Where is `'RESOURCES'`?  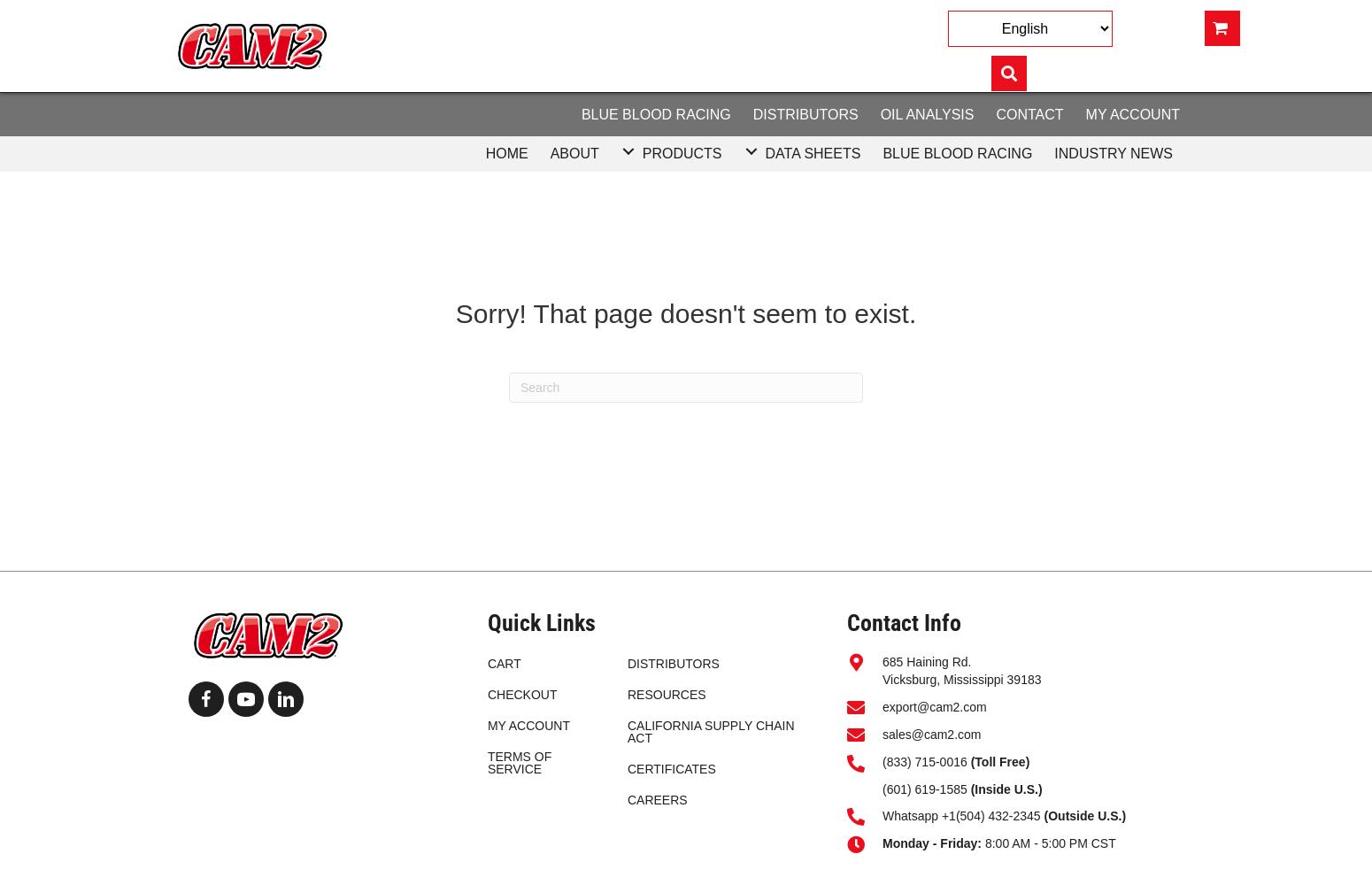 'RESOURCES' is located at coordinates (666, 695).